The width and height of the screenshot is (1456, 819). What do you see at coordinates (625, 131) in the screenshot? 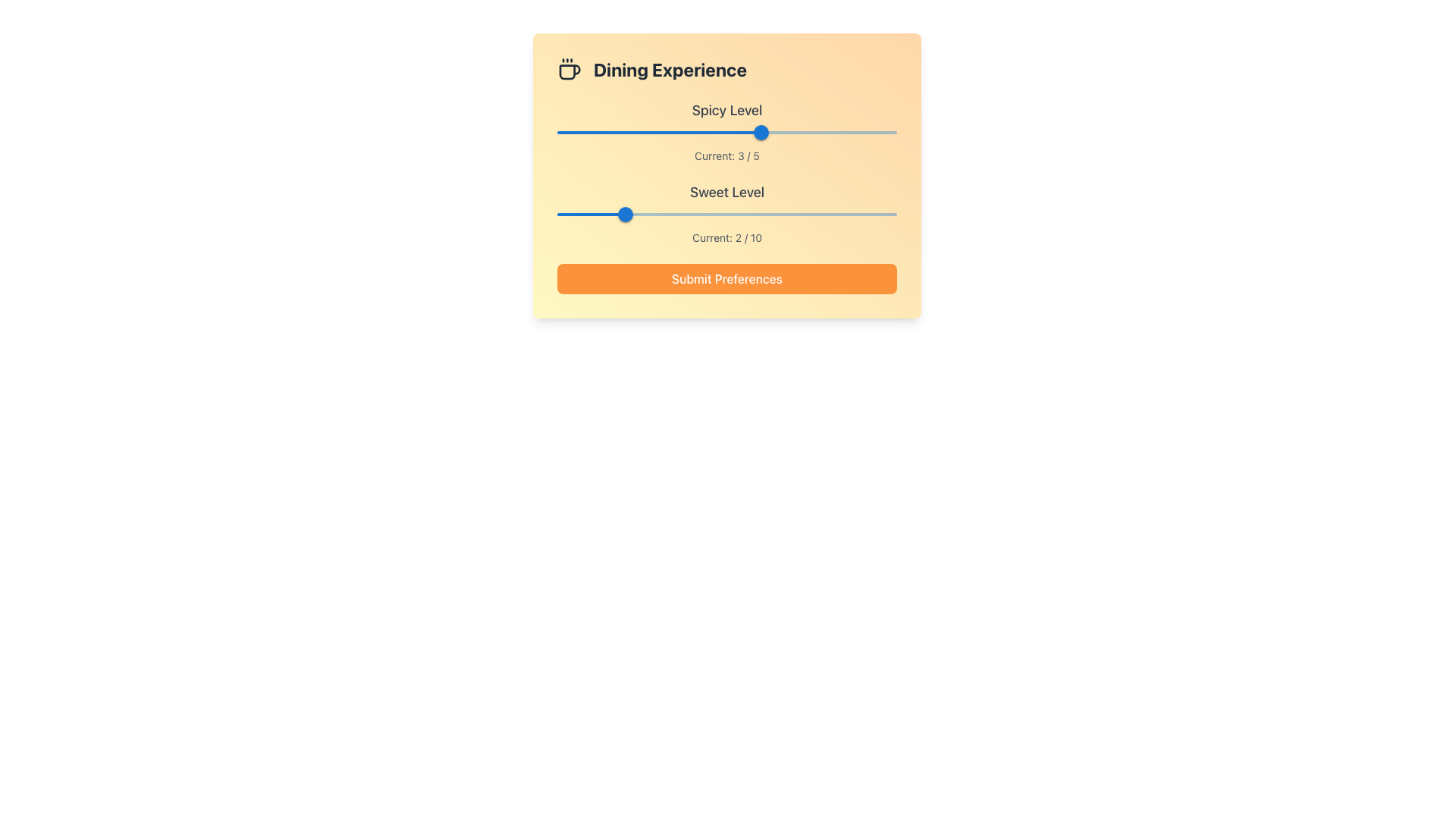
I see `the spicy level` at bounding box center [625, 131].